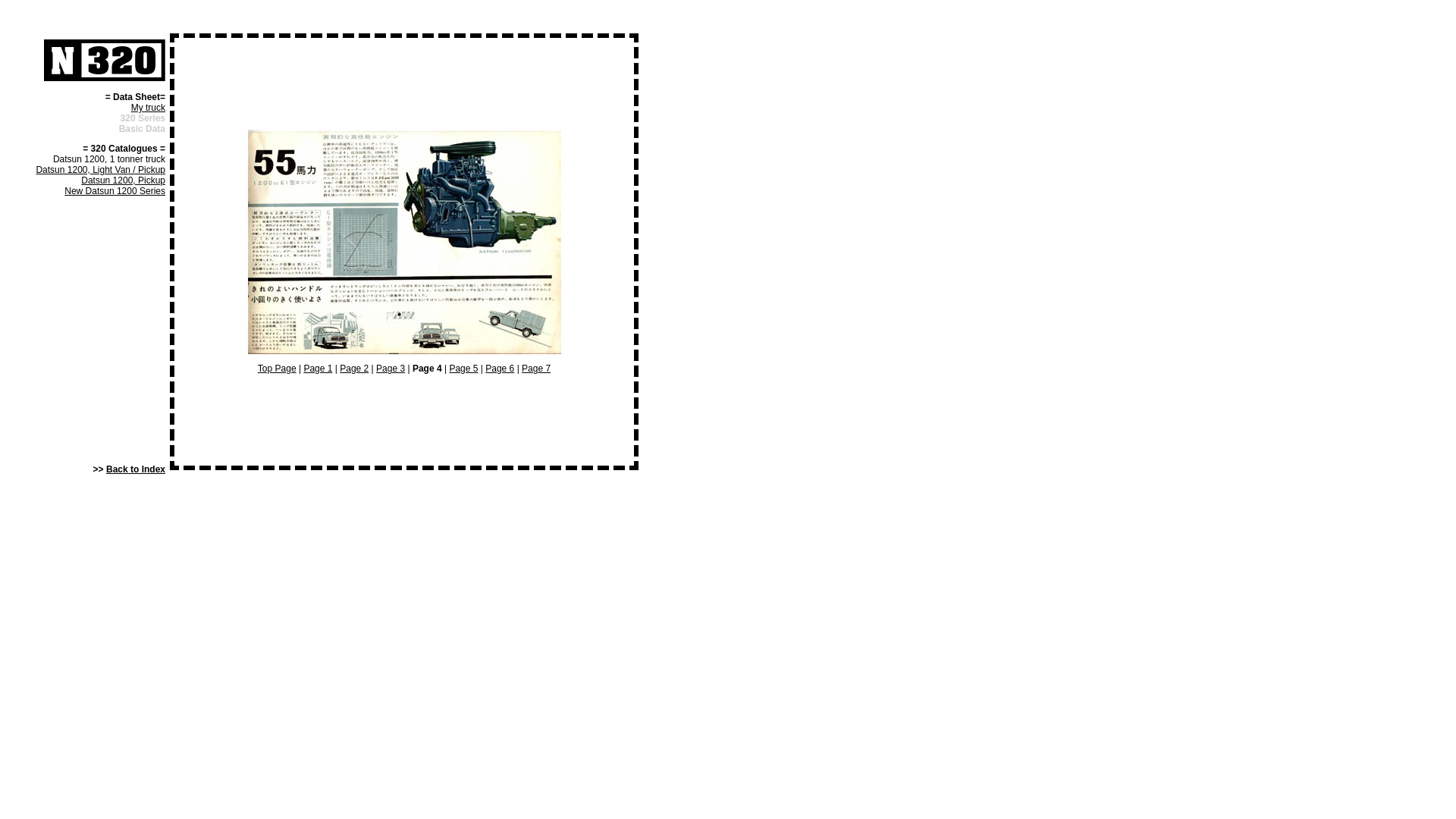 The image size is (1456, 819). I want to click on 'Page 1', so click(316, 369).